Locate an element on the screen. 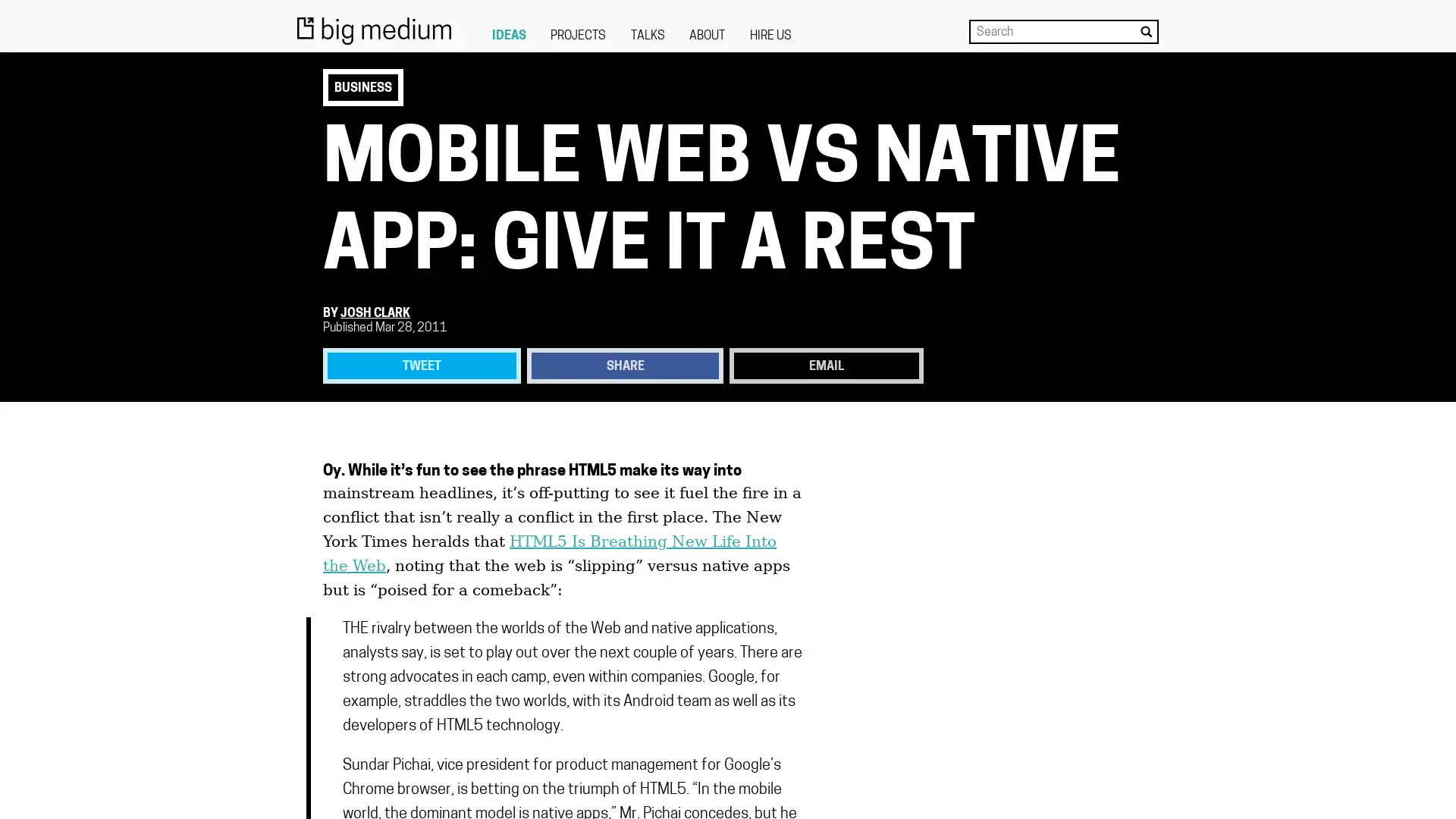 This screenshot has height=819, width=1456. Search is located at coordinates (1146, 31).